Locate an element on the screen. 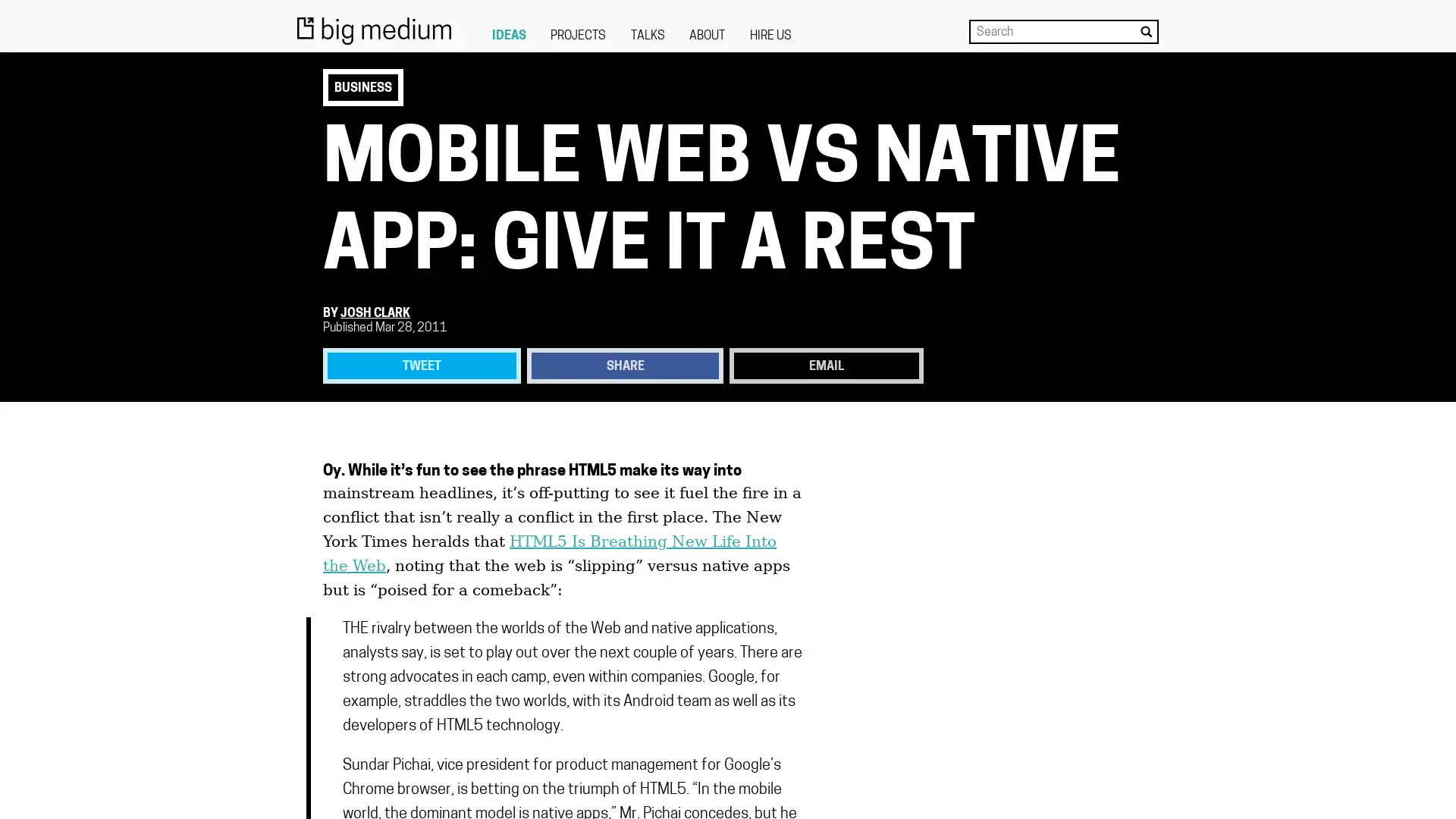 This screenshot has height=819, width=1456. Search is located at coordinates (1146, 31).